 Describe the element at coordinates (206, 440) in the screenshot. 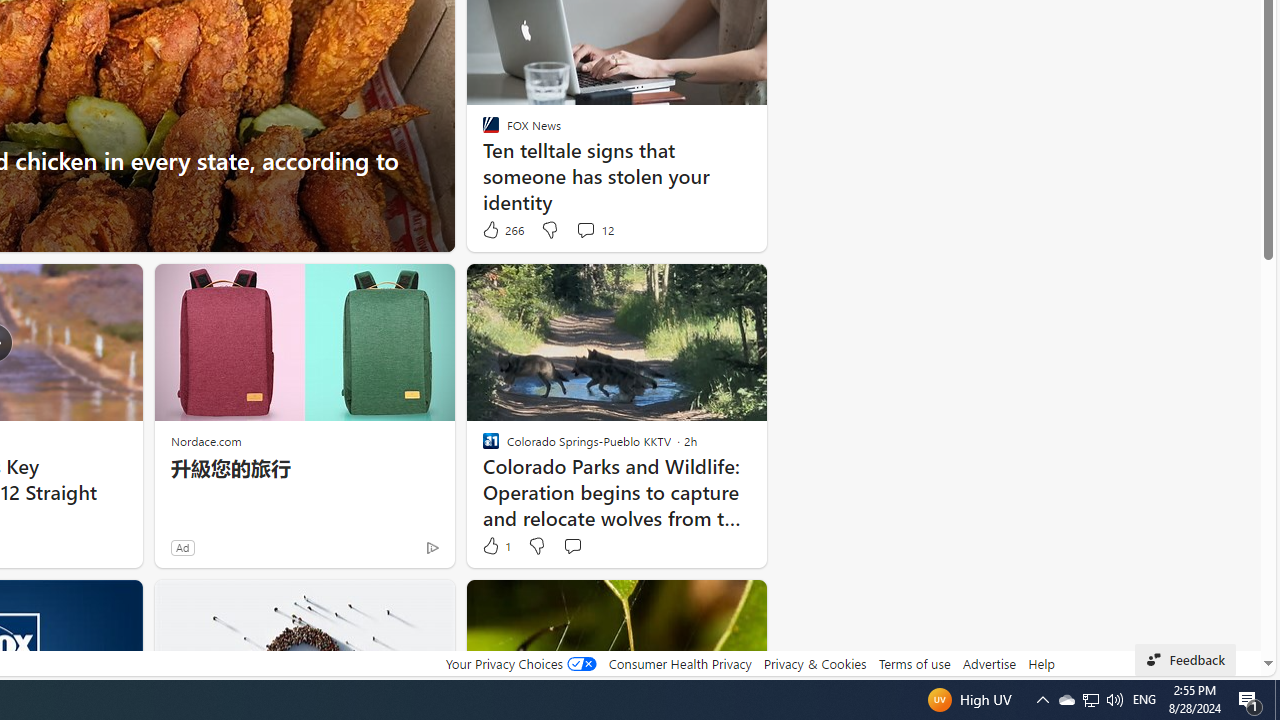

I see `'Nordace.com'` at that location.